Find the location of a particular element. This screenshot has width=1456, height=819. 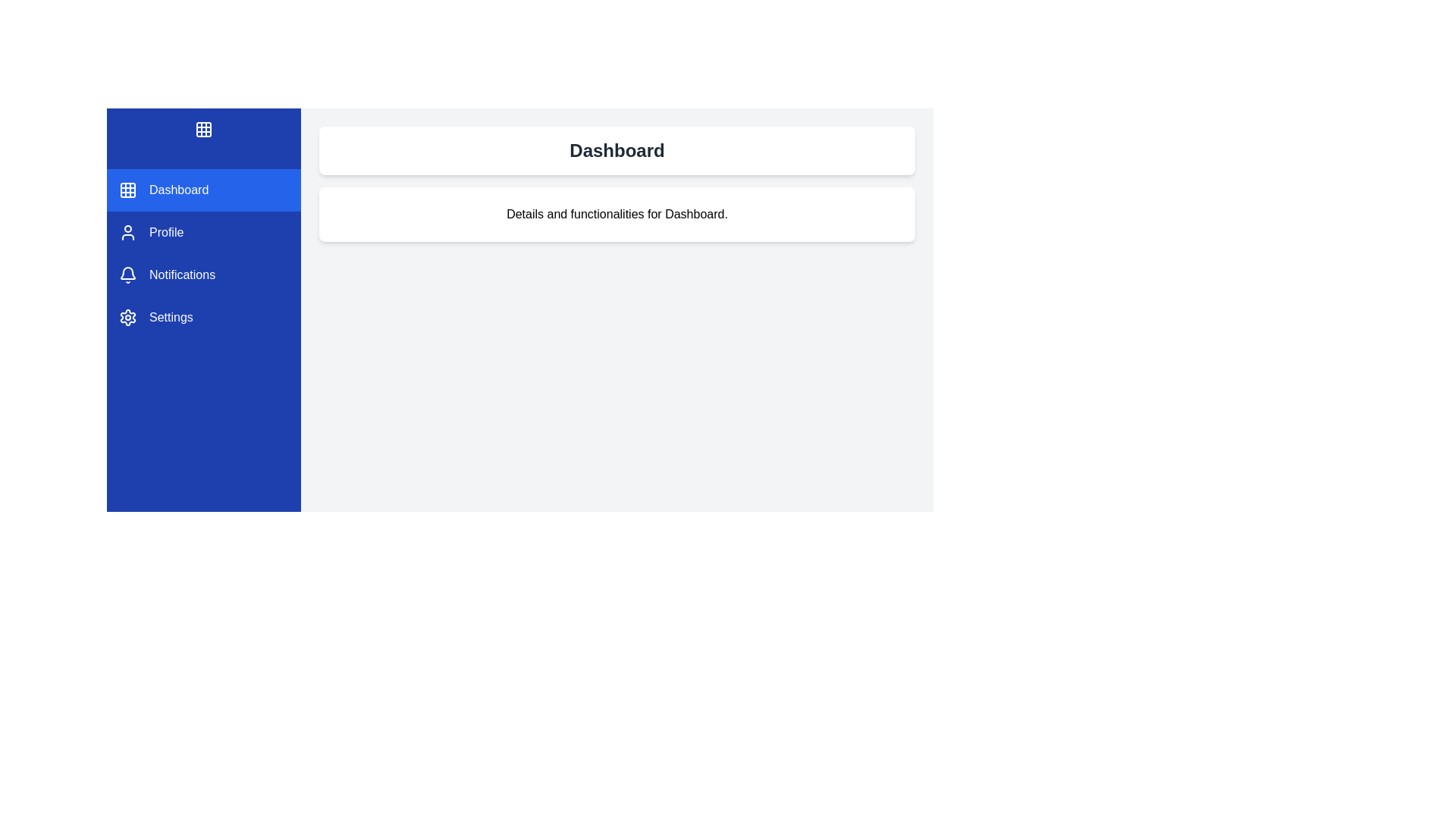

the Icon component located in the top-left corner of the 3x3 grid icon in the vertical sidebar menu is located at coordinates (202, 128).